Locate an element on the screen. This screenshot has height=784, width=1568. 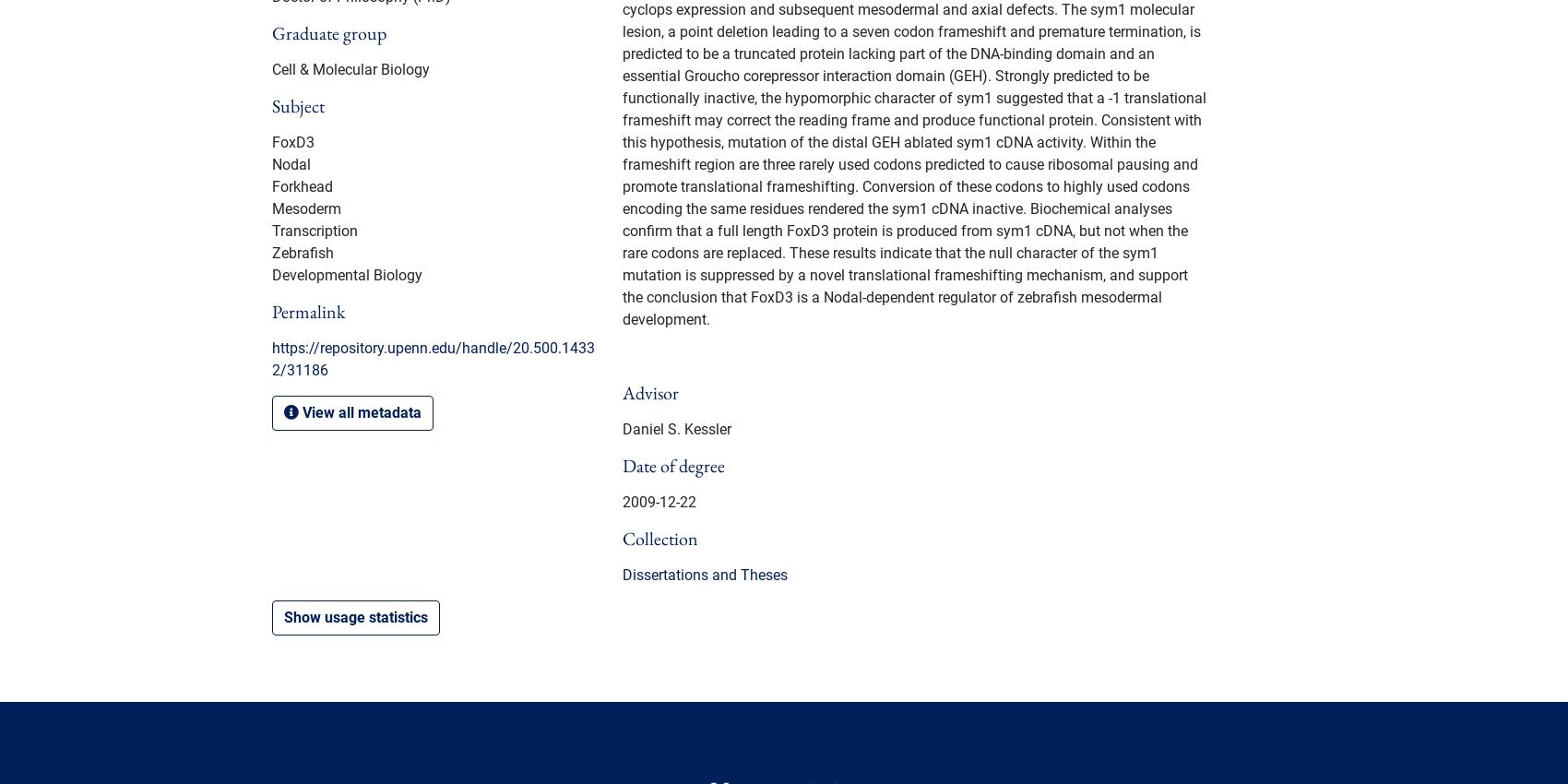
'https://repository.upenn.edu/handle/20.500.14332/31186' is located at coordinates (434, 358).